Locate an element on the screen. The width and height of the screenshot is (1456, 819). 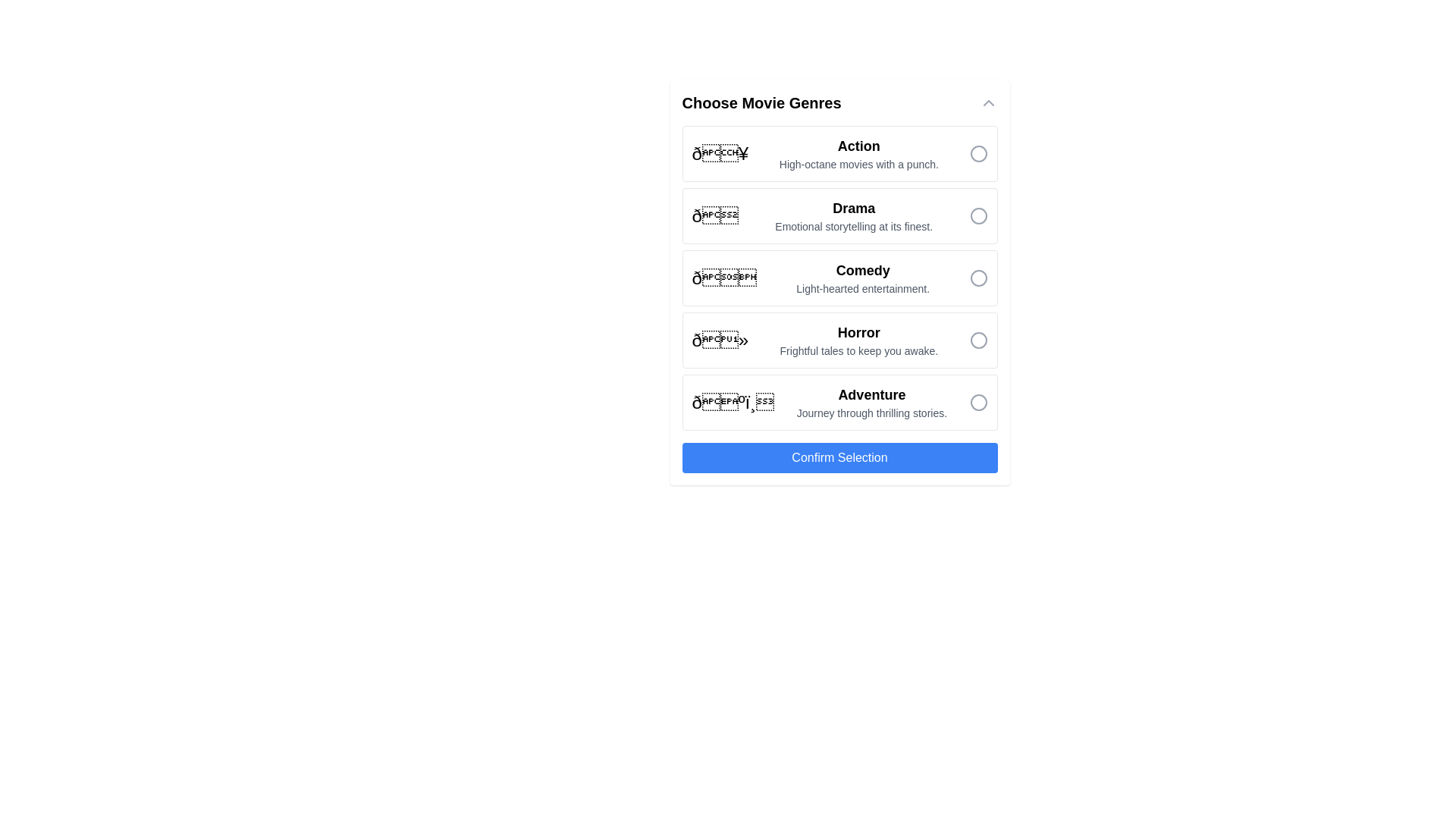
the text label that displays 'Adventure' in bold, large font, located in the fifth row of the 'Choose Movie Genres' section, directly below the 'Horror' genre option is located at coordinates (871, 402).